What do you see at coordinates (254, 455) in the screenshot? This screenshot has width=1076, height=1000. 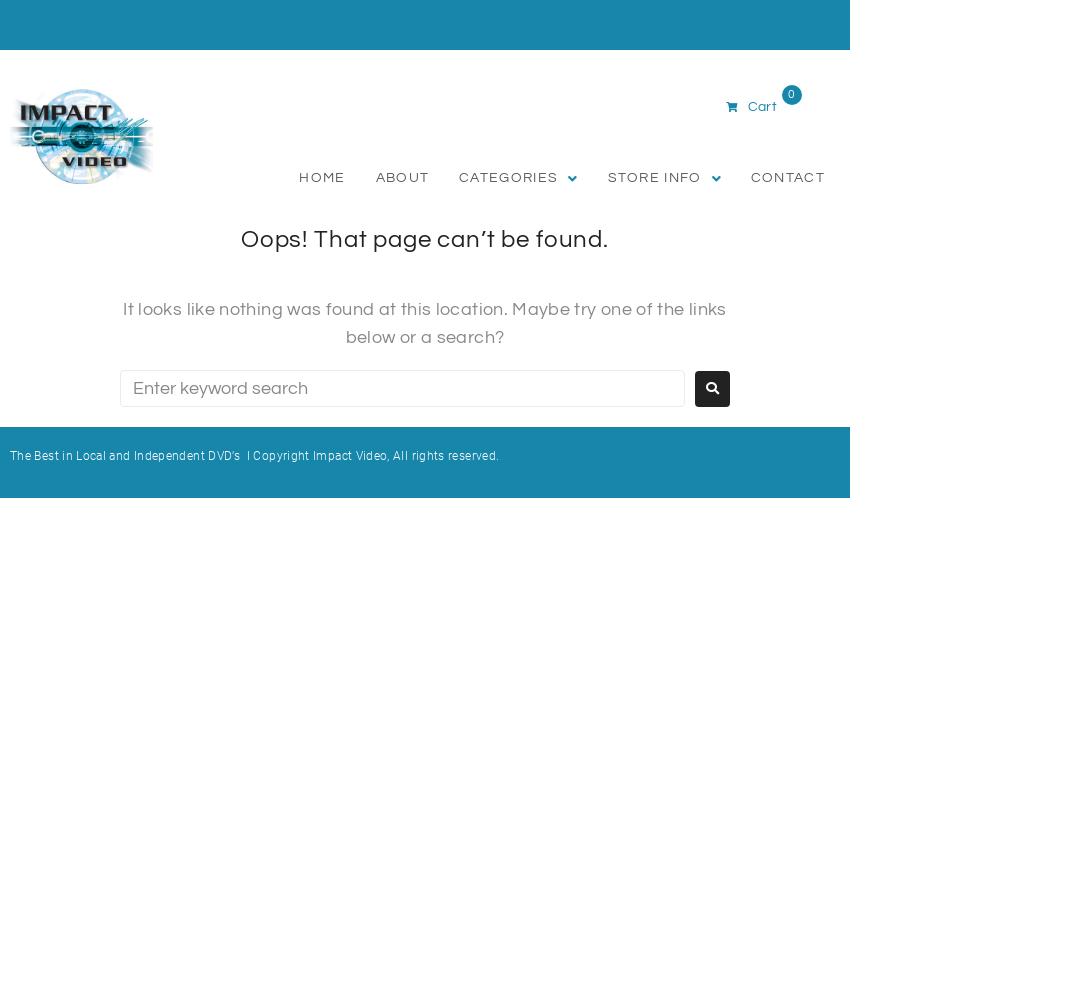 I see `'The Best in Local and Independent DVD’s  I Copyright Impact Video, All rights reserved.'` at bounding box center [254, 455].